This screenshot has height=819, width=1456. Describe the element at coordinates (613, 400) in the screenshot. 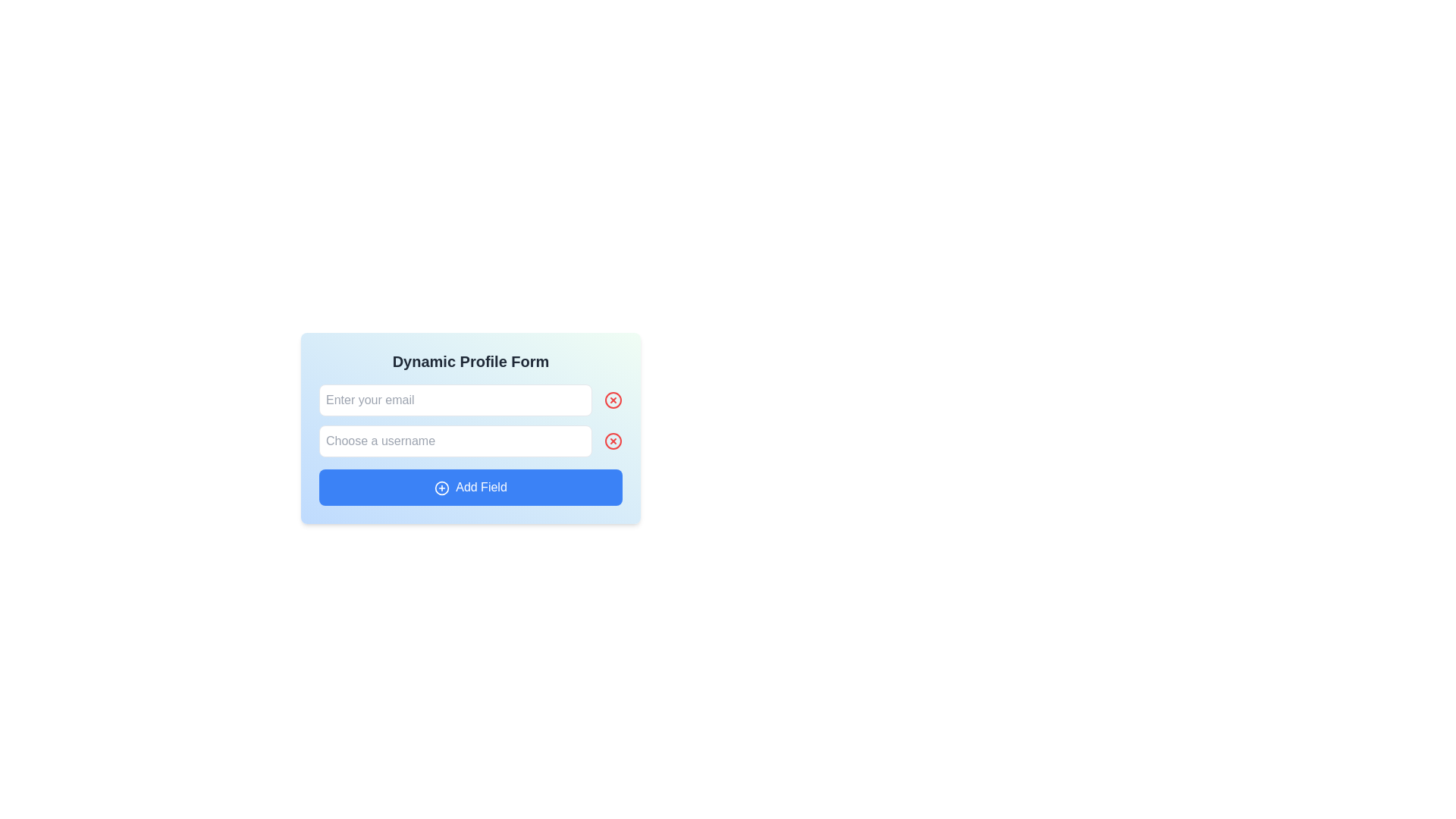

I see `the Decorative SVG component located in the top-right corner of the input field labeled 'Enter your email', which contributes to the visual composition of the clear field icon` at that location.